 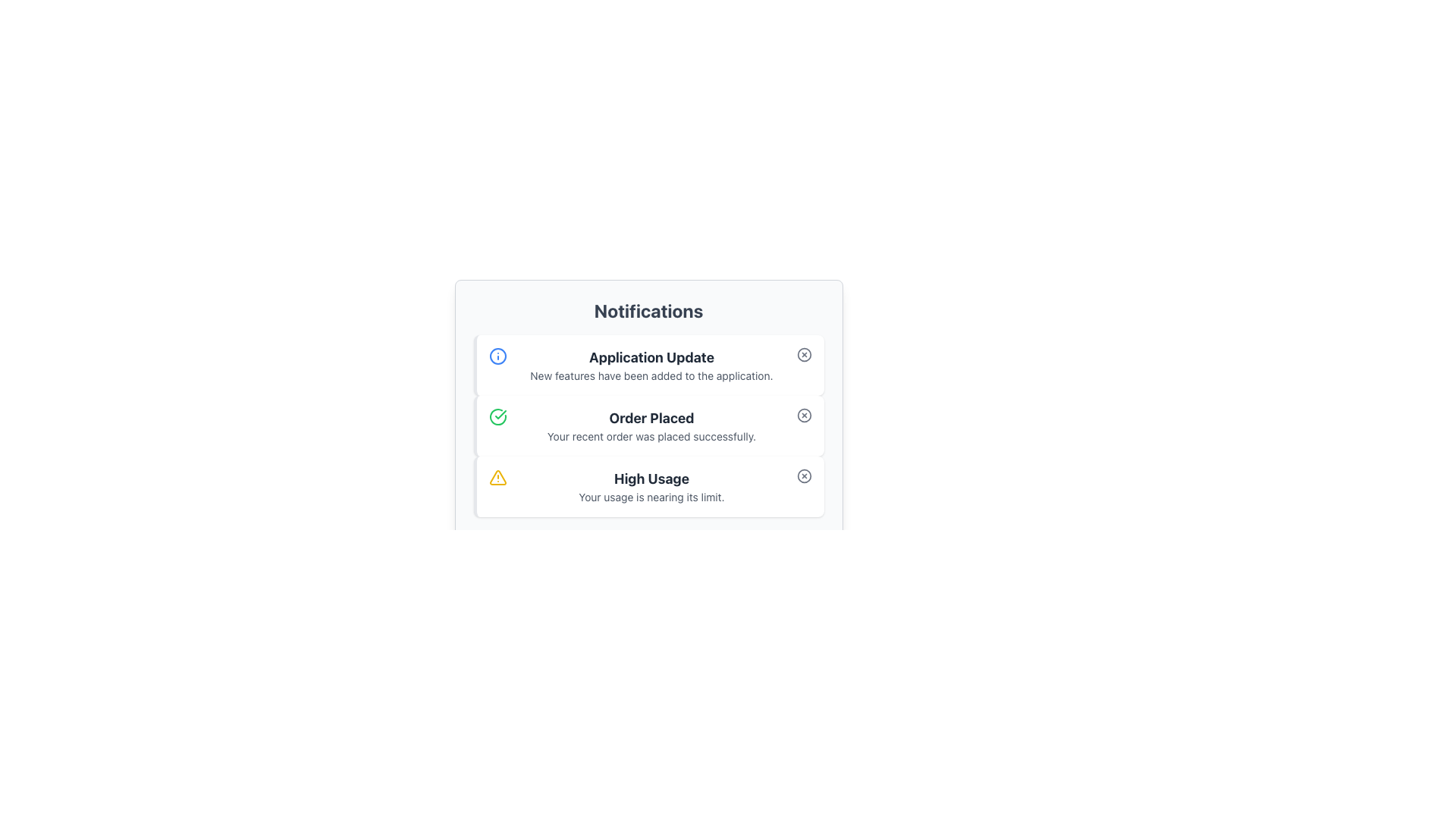 I want to click on the close button styled as an icon located in the top-right corner of the 'Application Update' notification card, so click(x=803, y=354).